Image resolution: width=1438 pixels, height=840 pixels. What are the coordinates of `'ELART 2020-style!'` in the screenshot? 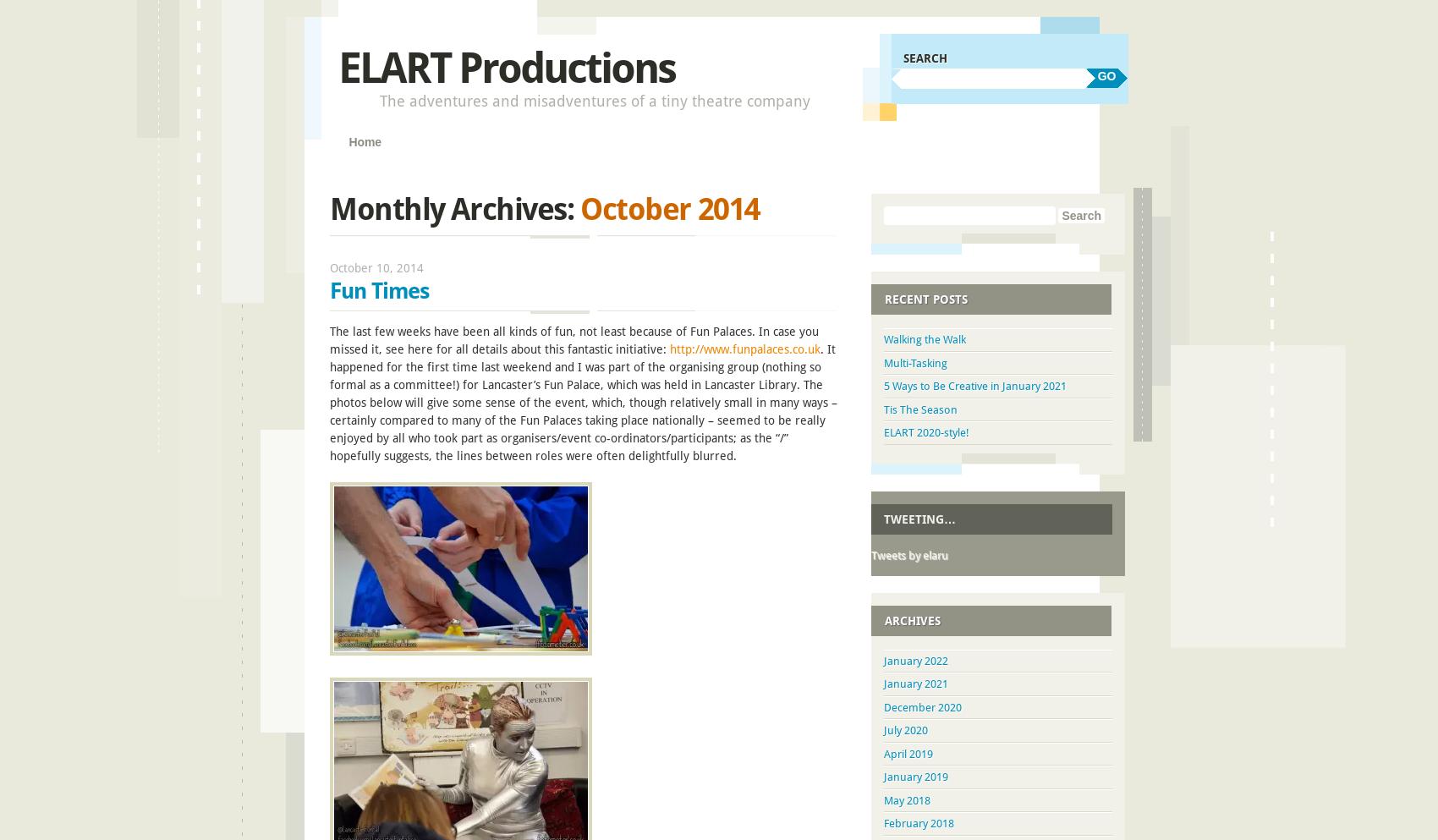 It's located at (926, 432).